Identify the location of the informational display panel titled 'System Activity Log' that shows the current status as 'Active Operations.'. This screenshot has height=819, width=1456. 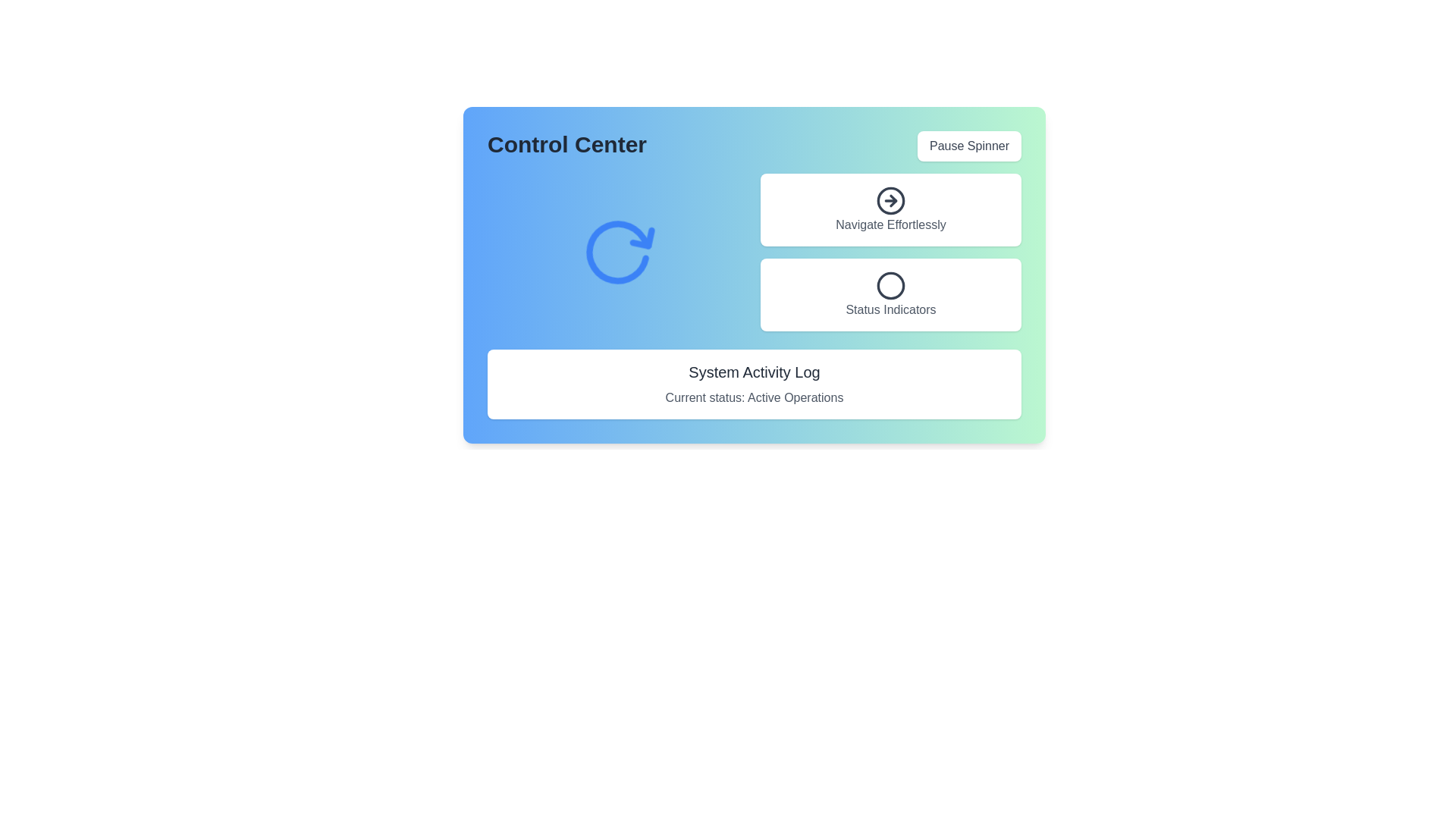
(754, 383).